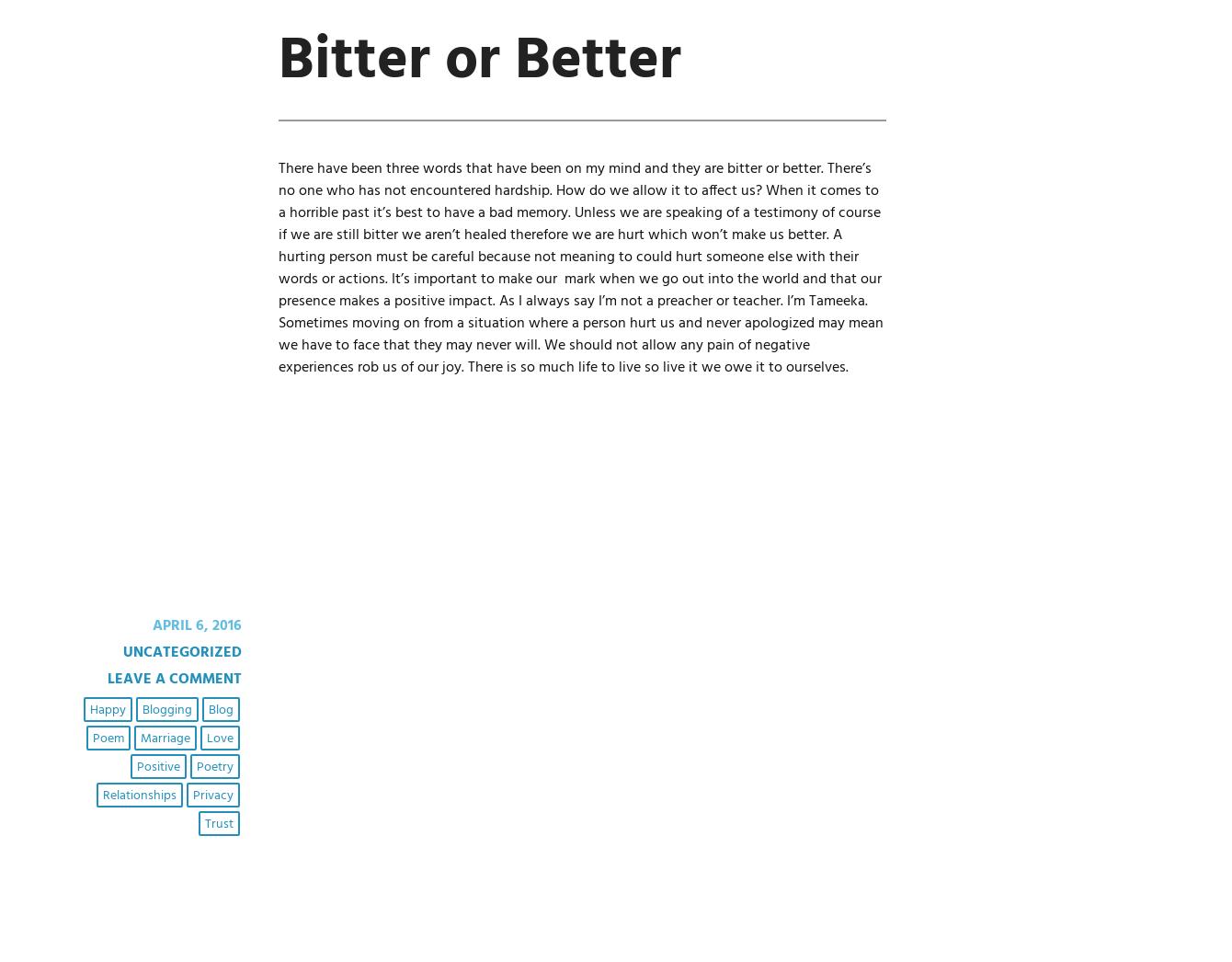  Describe the element at coordinates (122, 651) in the screenshot. I see `'Uncategorized'` at that location.